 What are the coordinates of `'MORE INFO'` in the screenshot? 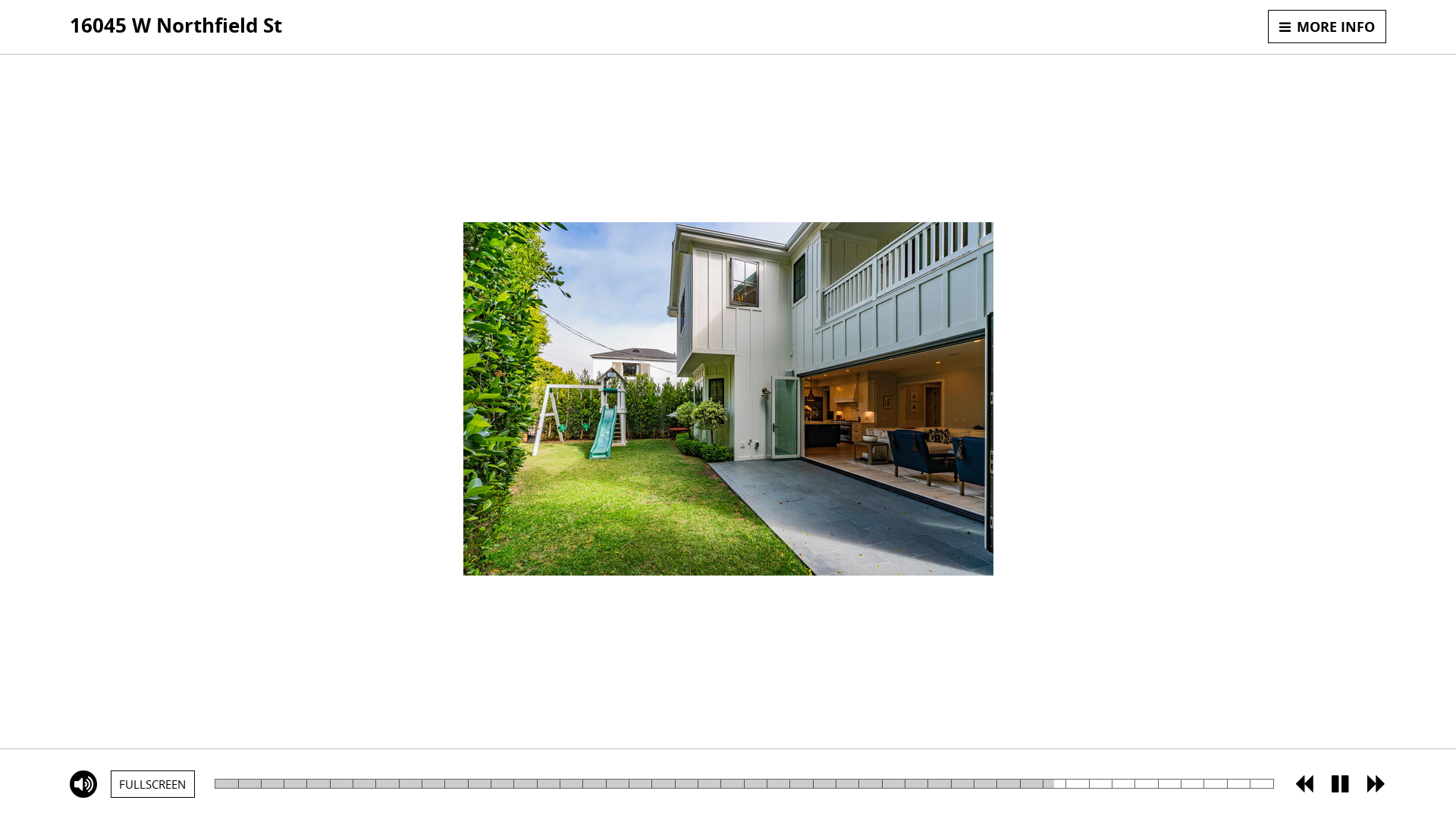 It's located at (1267, 26).